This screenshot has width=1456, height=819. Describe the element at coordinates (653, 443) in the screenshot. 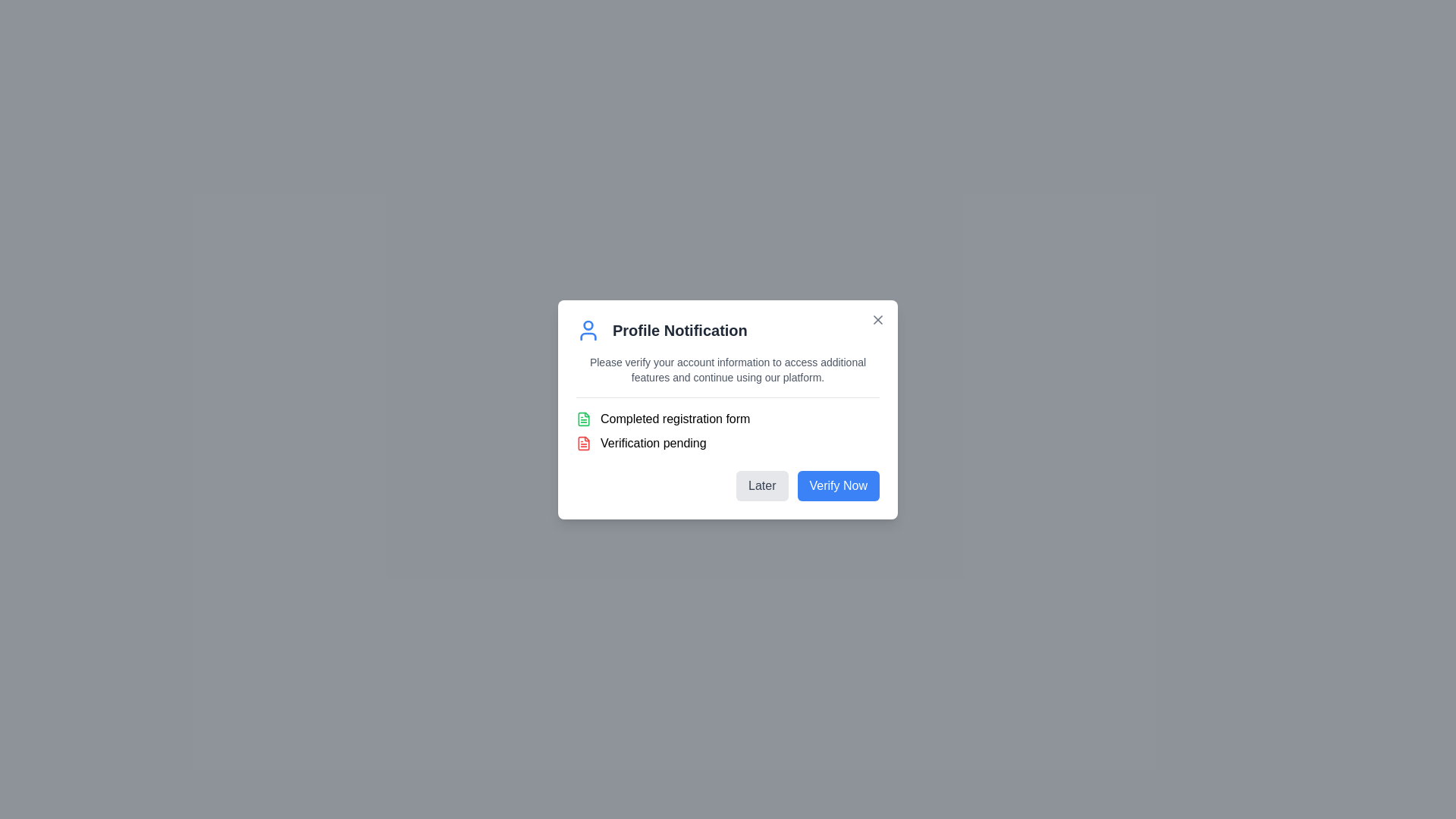

I see `the text label indicating the pending verification status of an account or task, located under 'Profile Notification' as the second item in the list` at that location.